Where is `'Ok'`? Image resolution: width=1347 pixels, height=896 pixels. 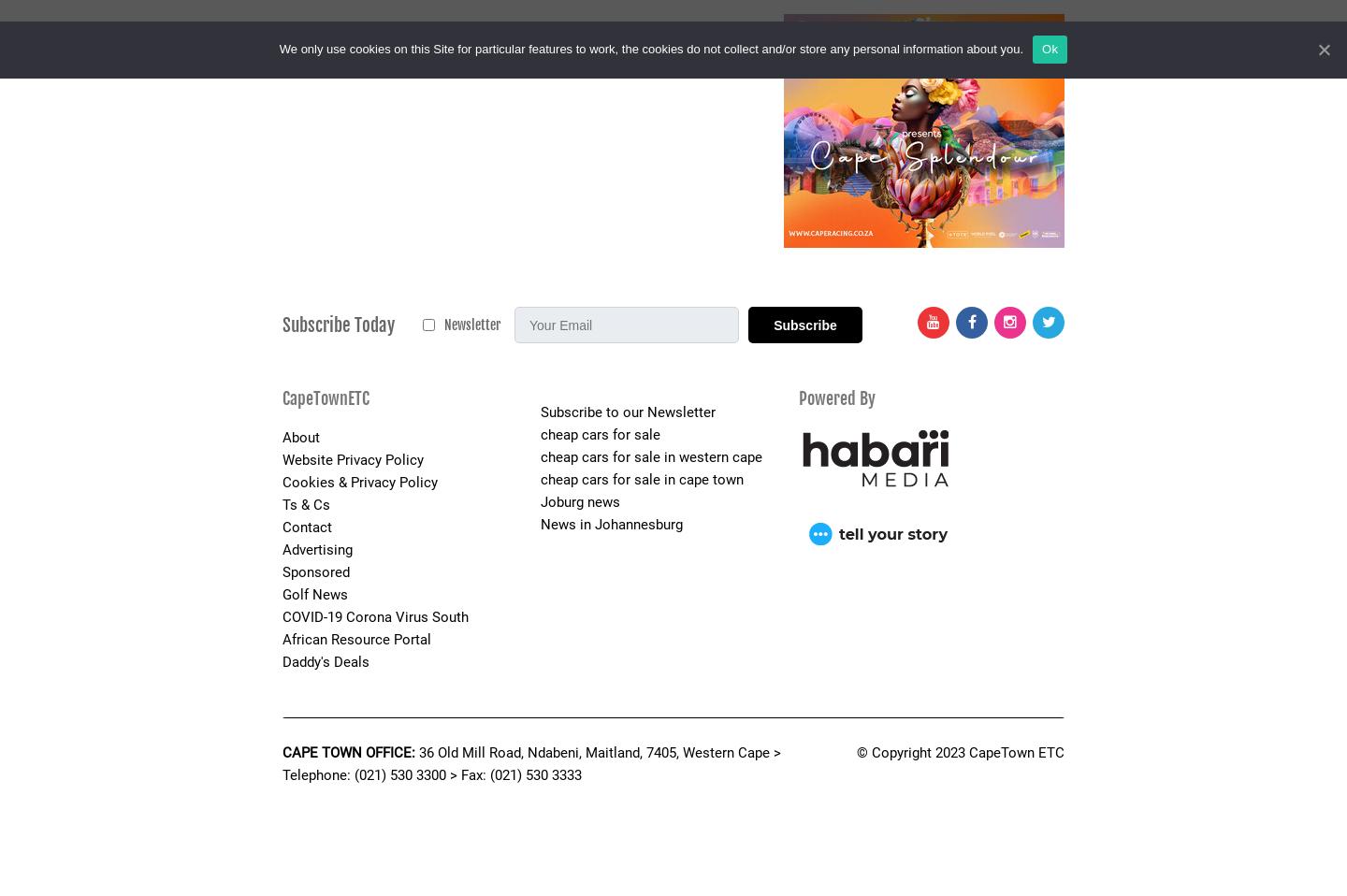
'Ok' is located at coordinates (1049, 48).